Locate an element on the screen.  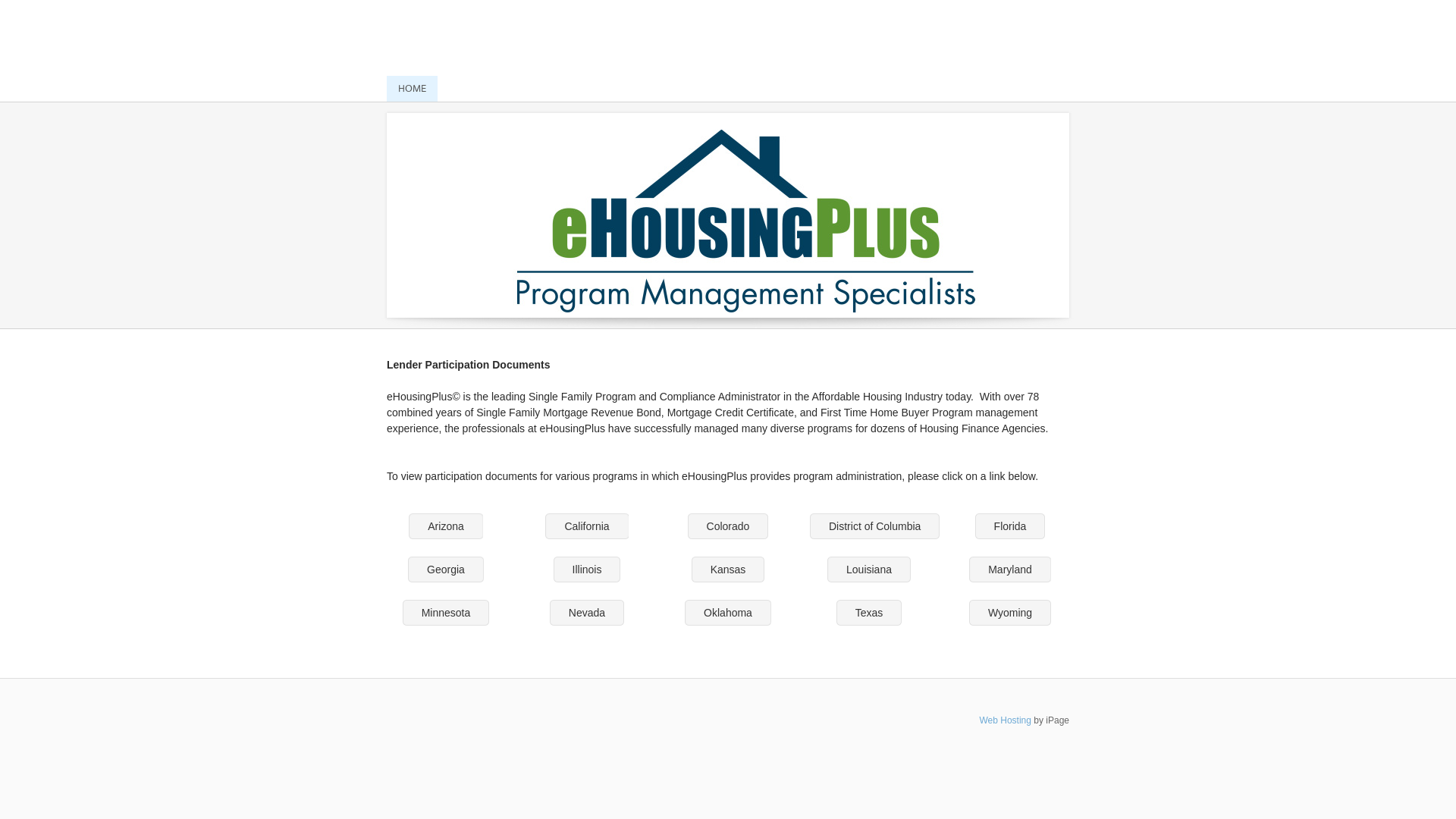
'Web Hosting' is located at coordinates (1004, 719).